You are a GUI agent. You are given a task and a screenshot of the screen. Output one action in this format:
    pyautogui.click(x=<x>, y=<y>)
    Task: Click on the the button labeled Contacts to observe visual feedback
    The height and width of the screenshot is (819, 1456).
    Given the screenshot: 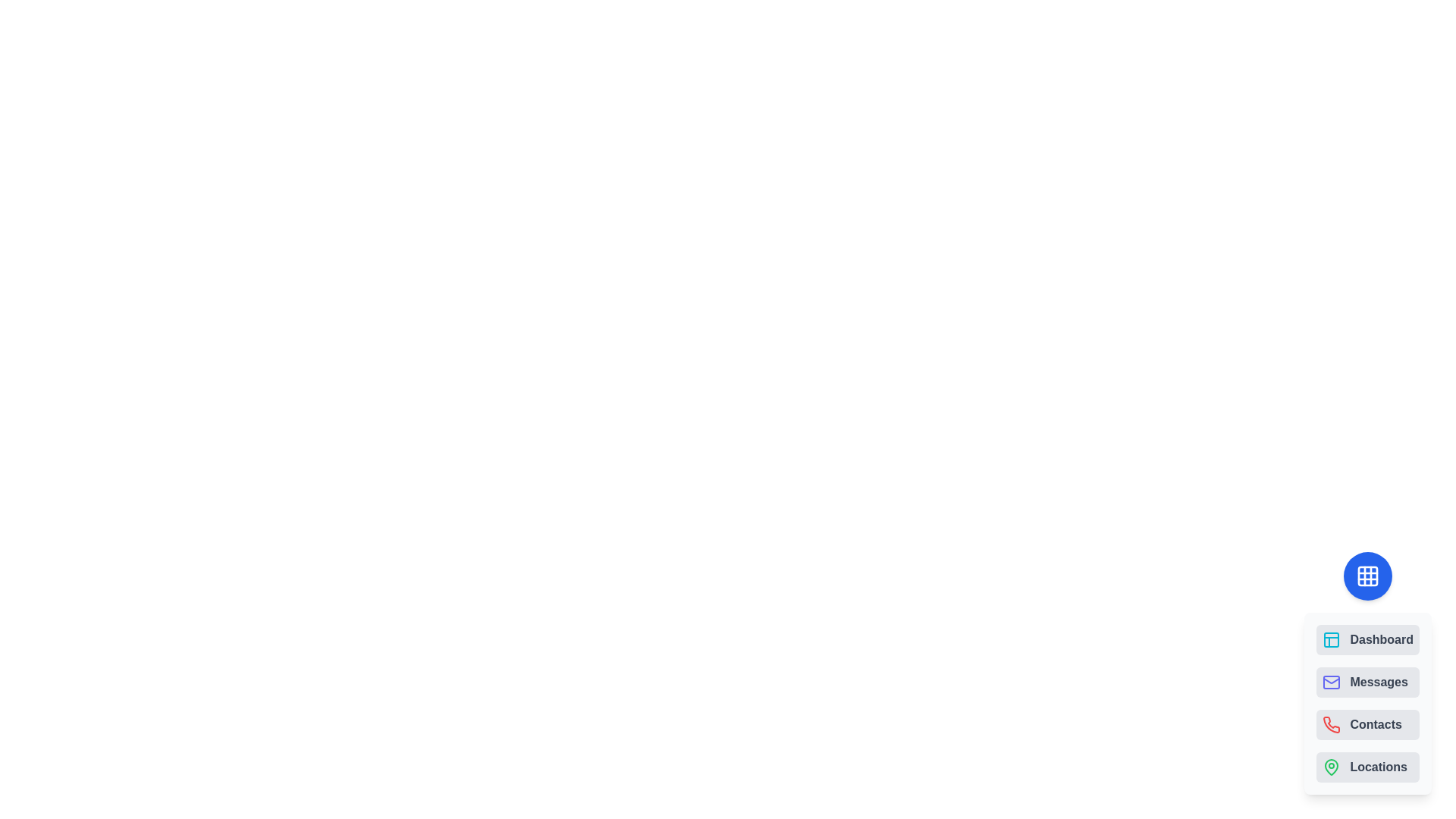 What is the action you would take?
    pyautogui.click(x=1368, y=724)
    